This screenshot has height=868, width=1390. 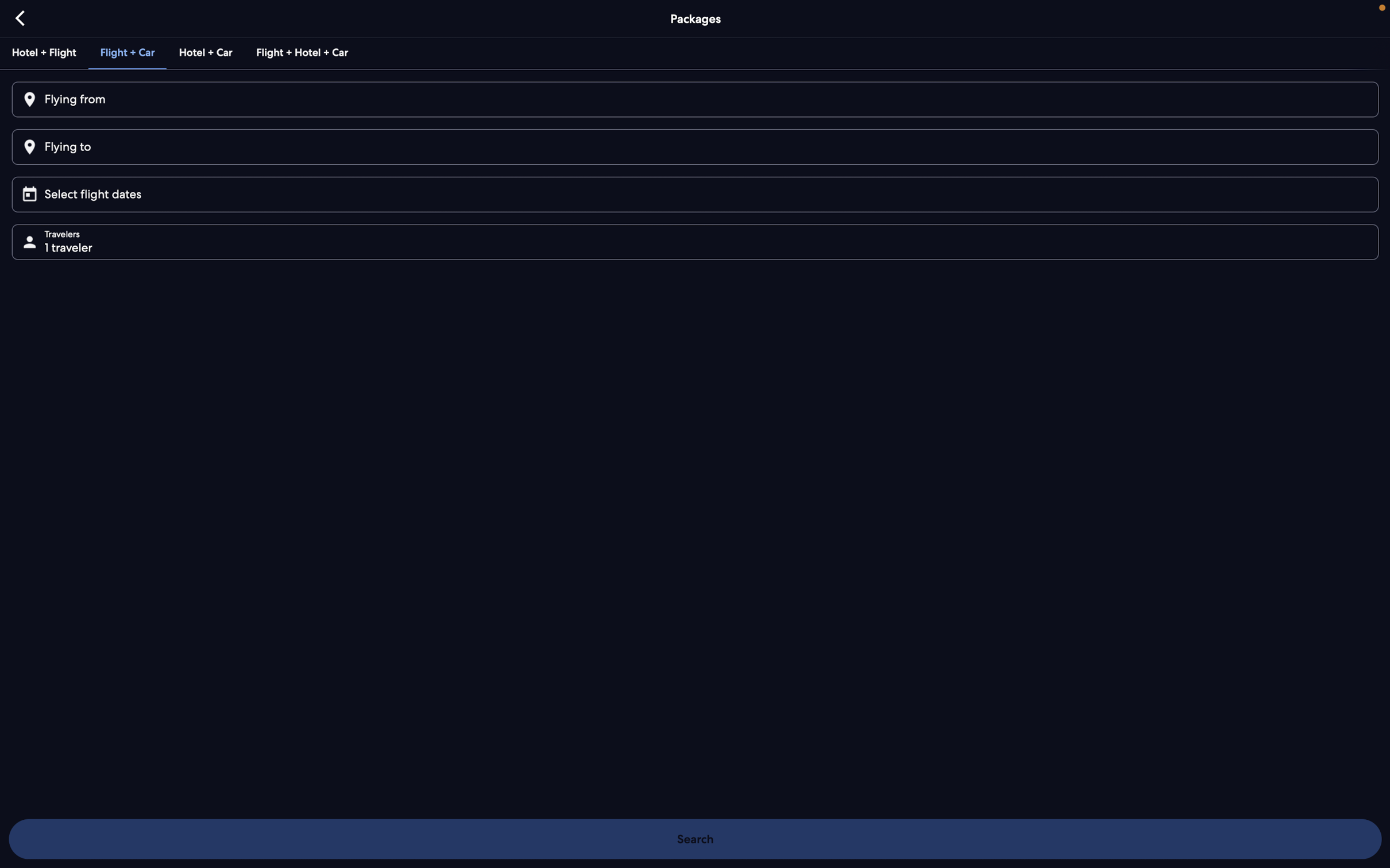 I want to click on Enter the destination as "London", so click(x=693, y=146).